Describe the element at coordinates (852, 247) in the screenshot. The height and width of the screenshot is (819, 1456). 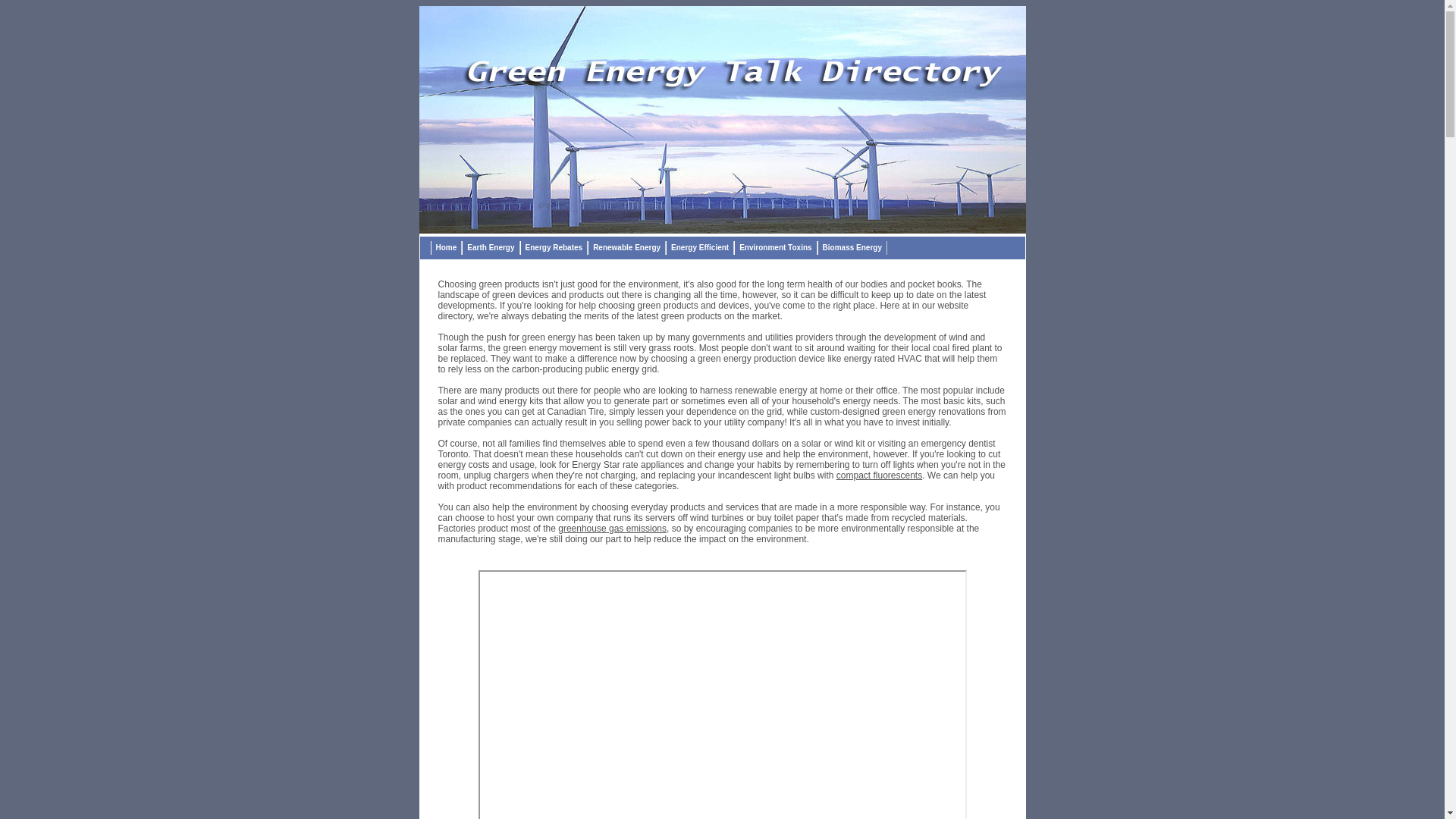
I see `'Biomass Energy'` at that location.